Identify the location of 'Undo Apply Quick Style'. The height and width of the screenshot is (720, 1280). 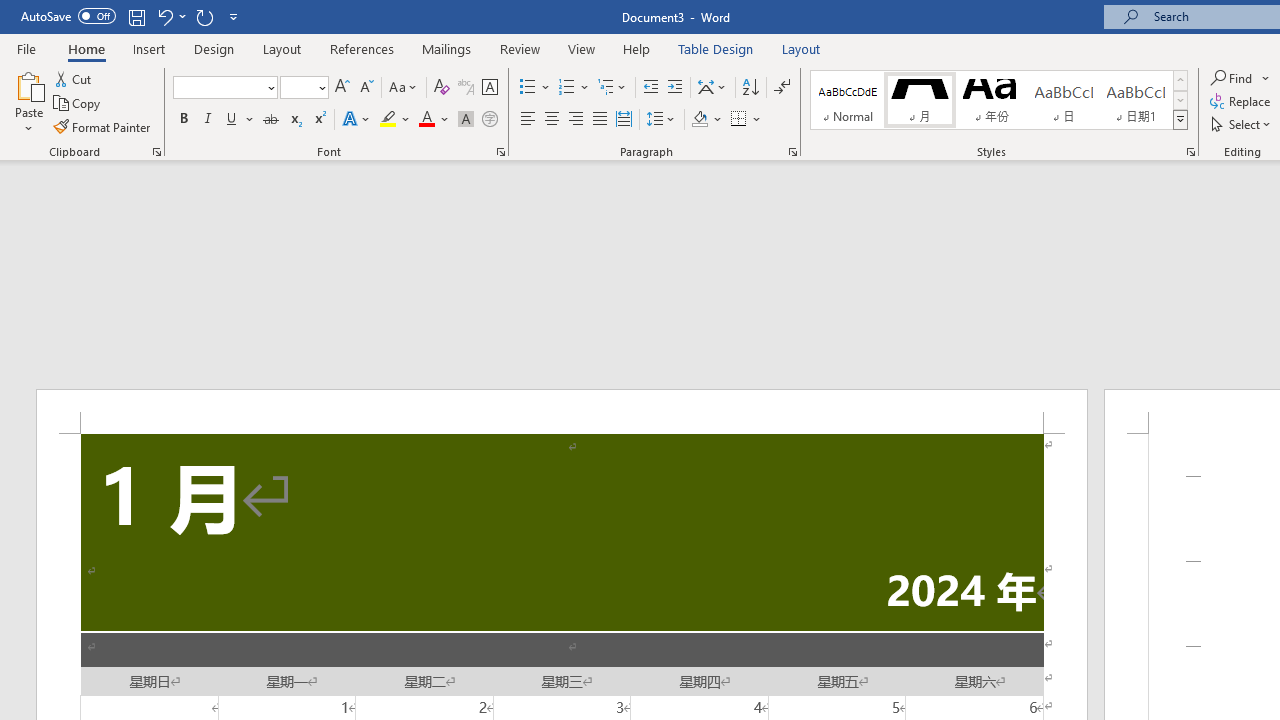
(170, 16).